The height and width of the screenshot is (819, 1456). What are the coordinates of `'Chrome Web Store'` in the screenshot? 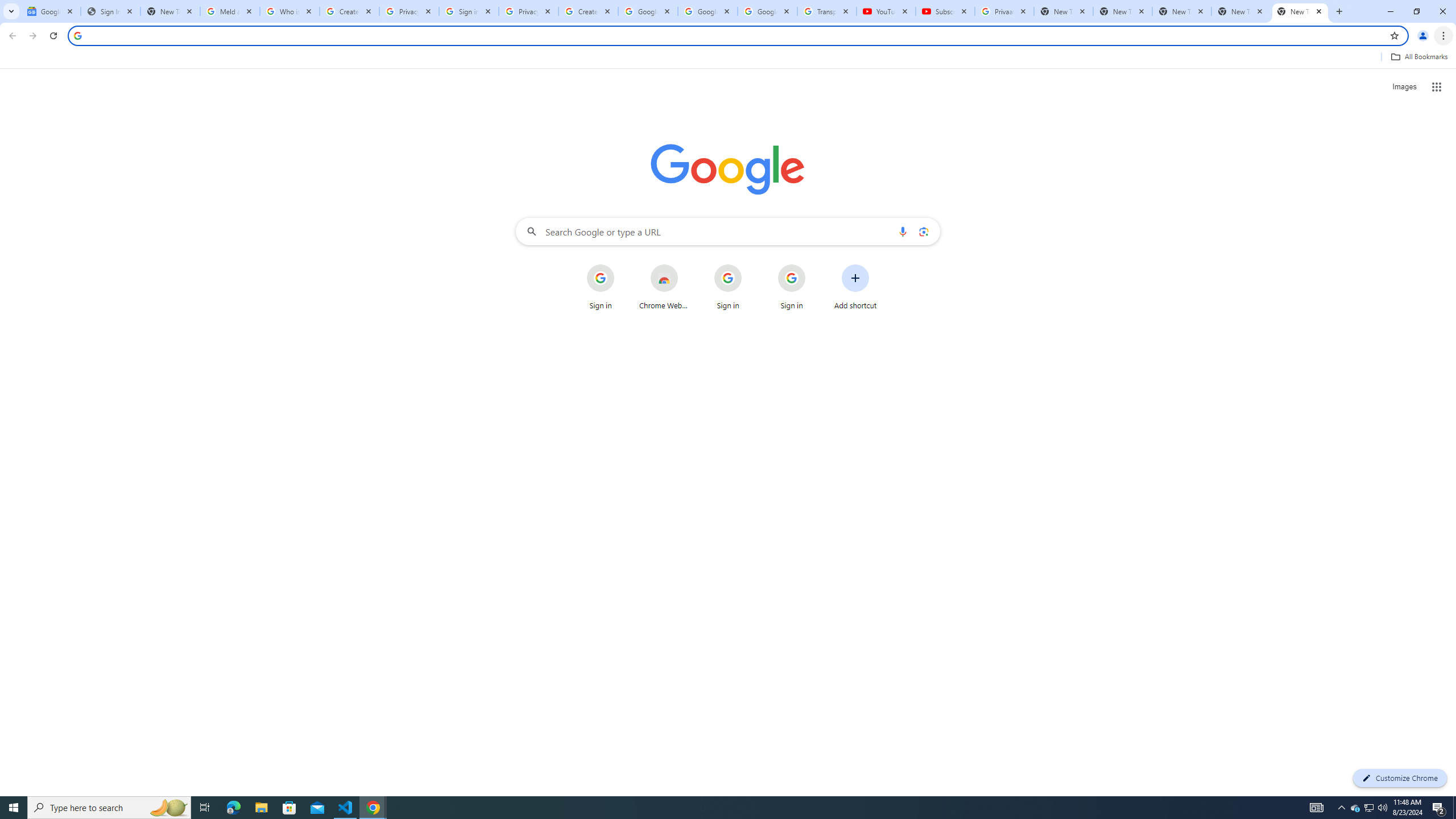 It's located at (663, 287).